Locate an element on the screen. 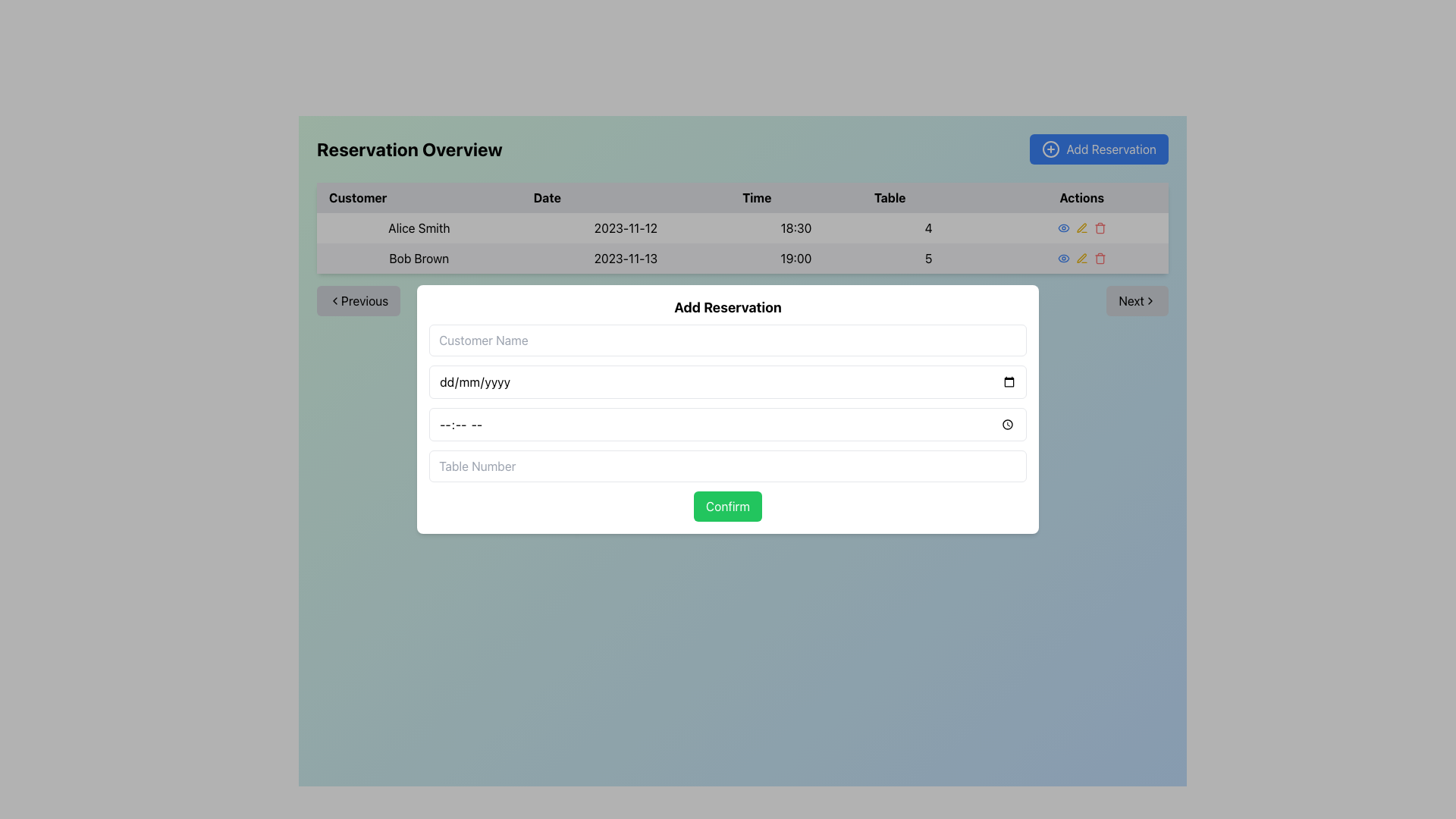 The width and height of the screenshot is (1456, 819). the edit button (pen icon) located in the third position of the action button set on the right-hand side of the table row for Bob Brown is located at coordinates (1081, 227).